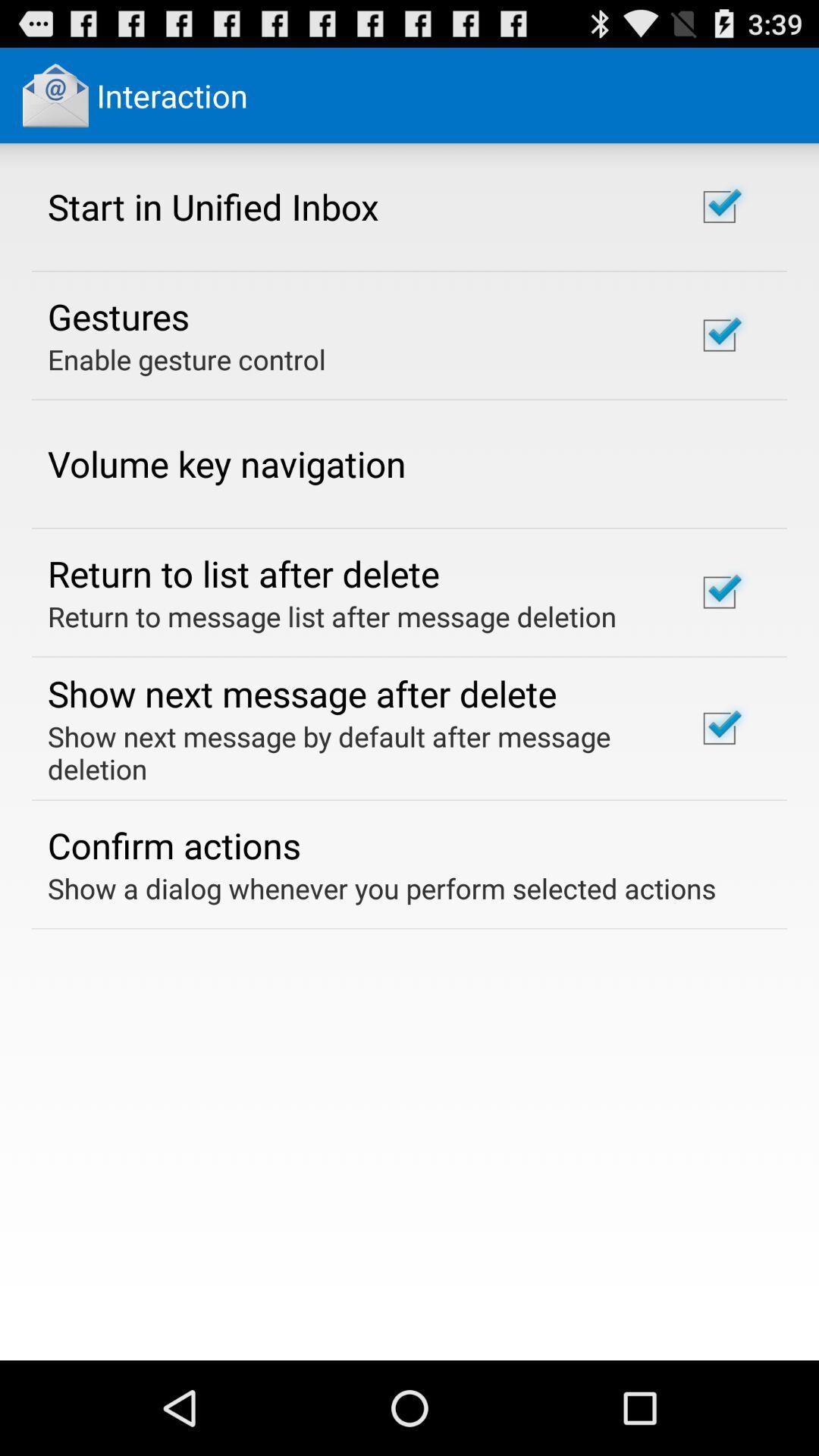 The width and height of the screenshot is (819, 1456). I want to click on show a dialog, so click(381, 888).